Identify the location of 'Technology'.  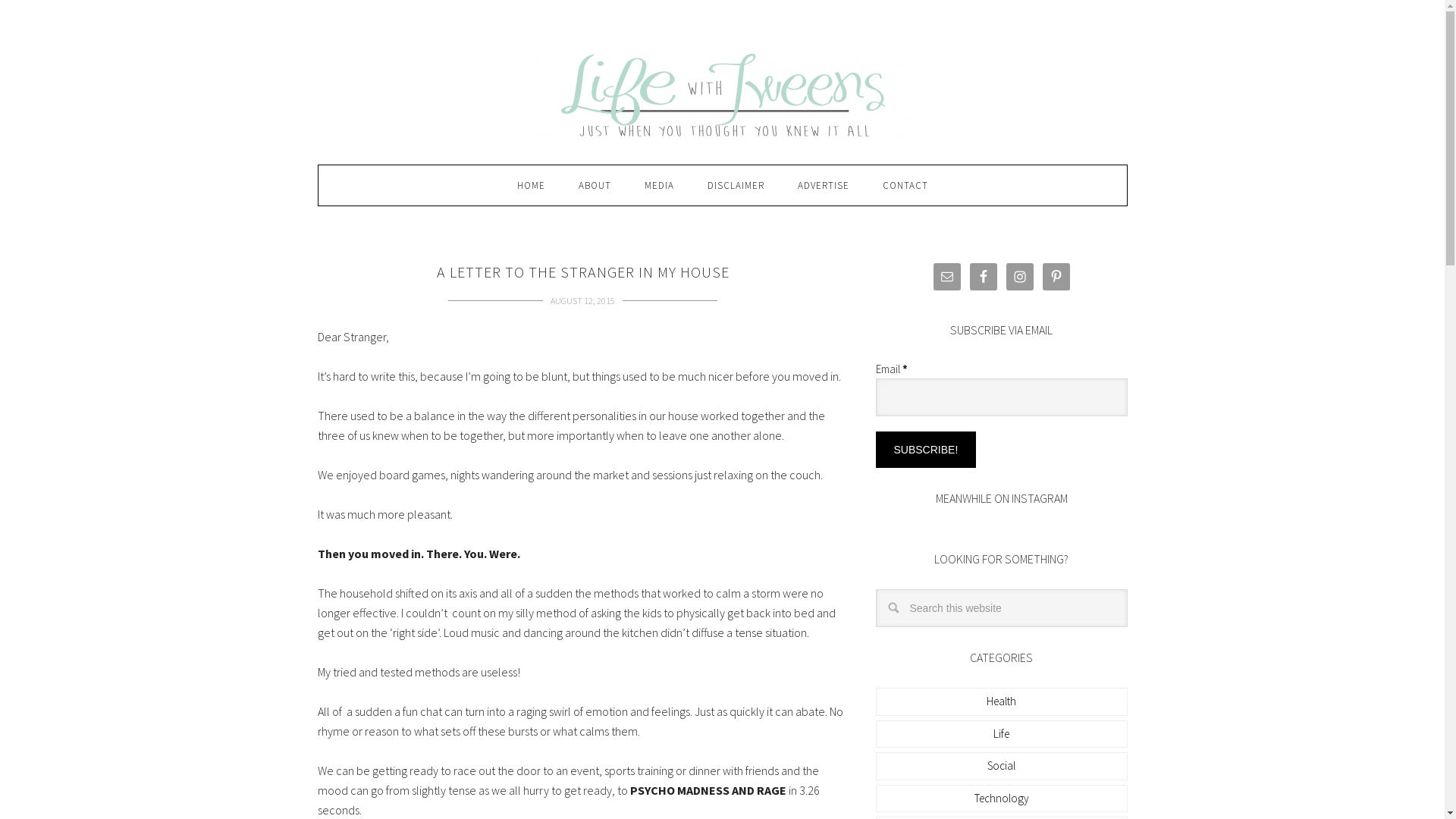
(1001, 796).